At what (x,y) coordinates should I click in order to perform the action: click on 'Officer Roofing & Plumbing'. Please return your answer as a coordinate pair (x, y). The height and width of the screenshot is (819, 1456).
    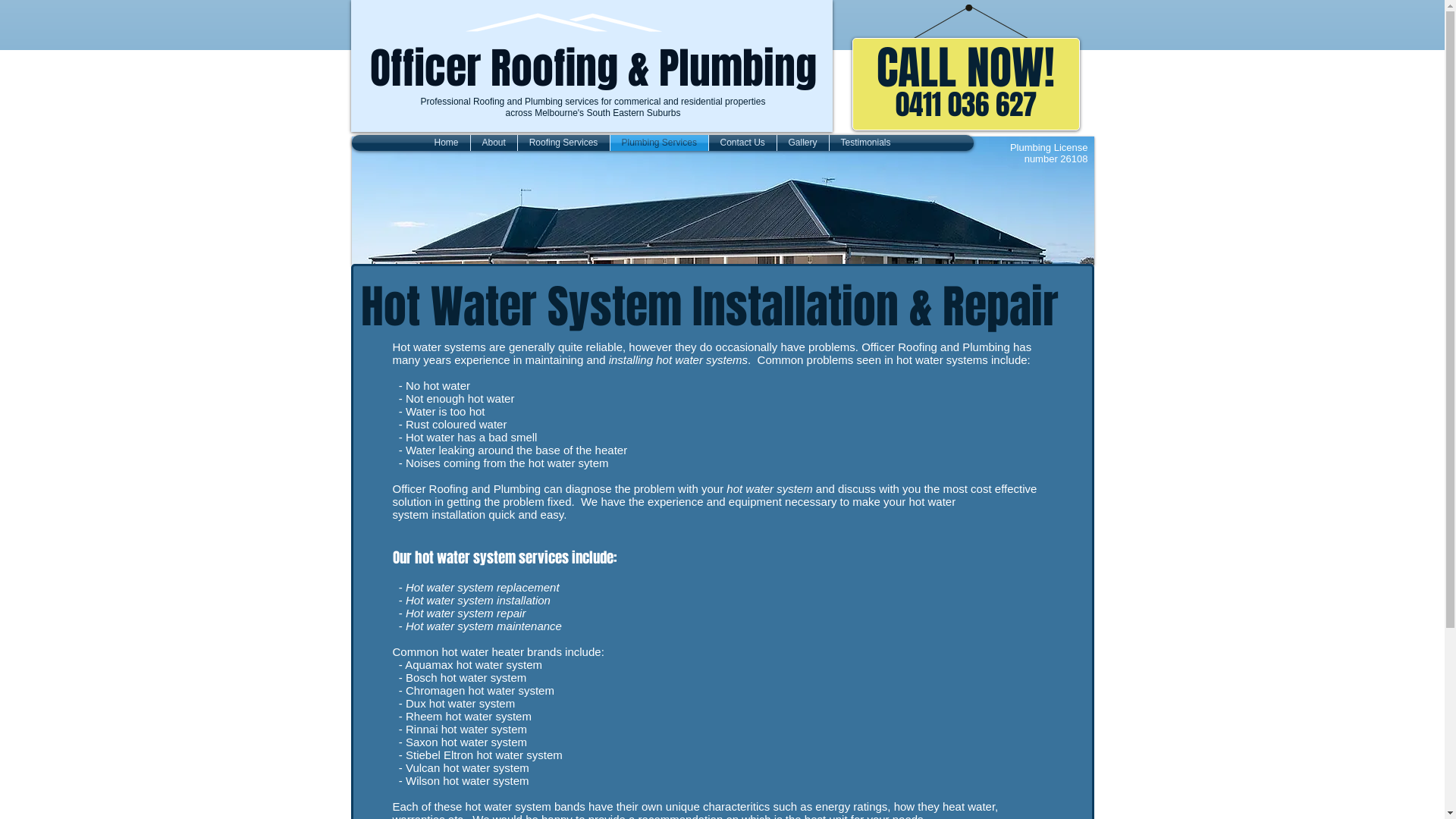
    Looking at the image, I should click on (592, 67).